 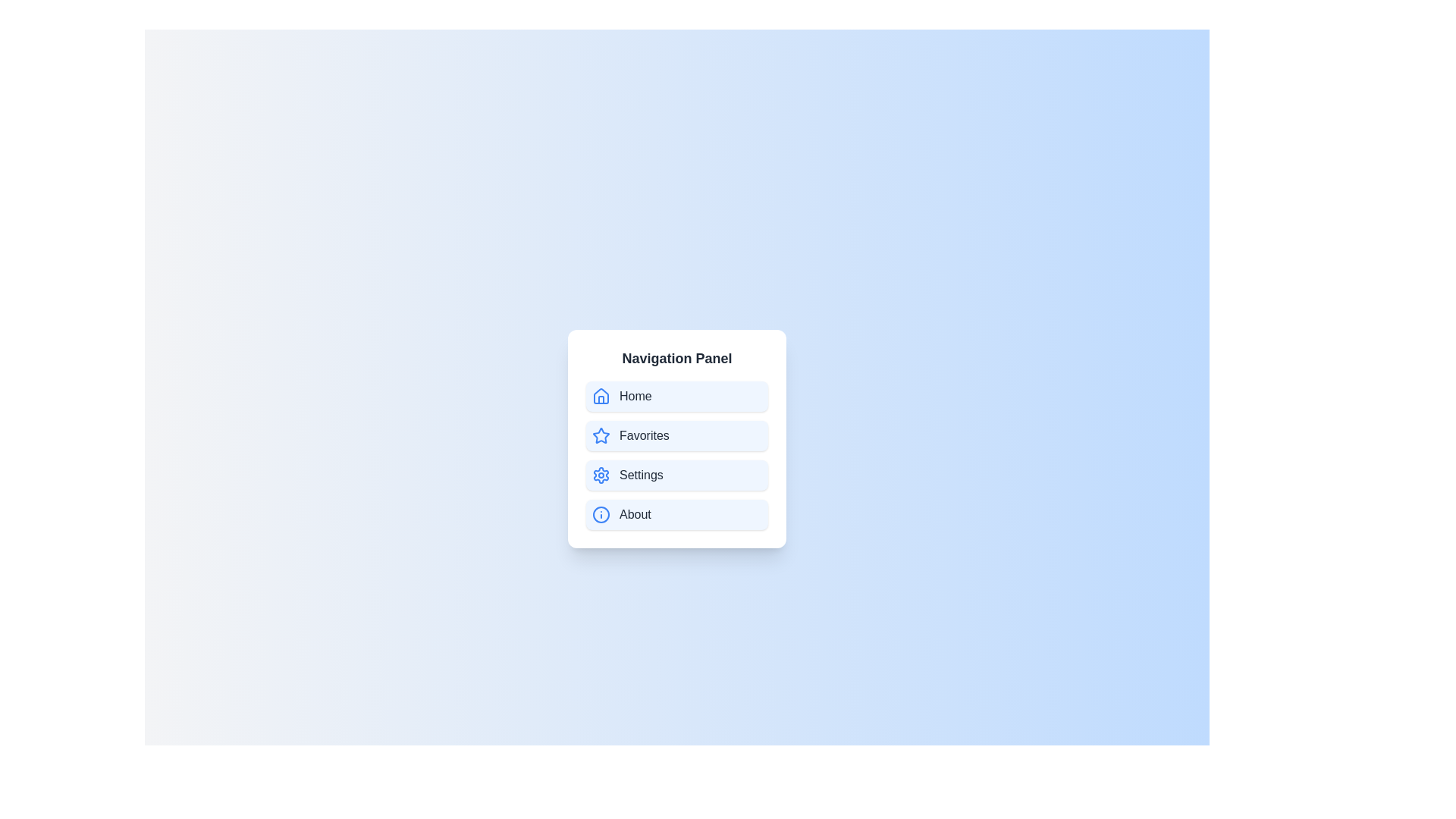 I want to click on the gear-shaped icon in the 'Settings' section of the navigation panel, so click(x=600, y=475).